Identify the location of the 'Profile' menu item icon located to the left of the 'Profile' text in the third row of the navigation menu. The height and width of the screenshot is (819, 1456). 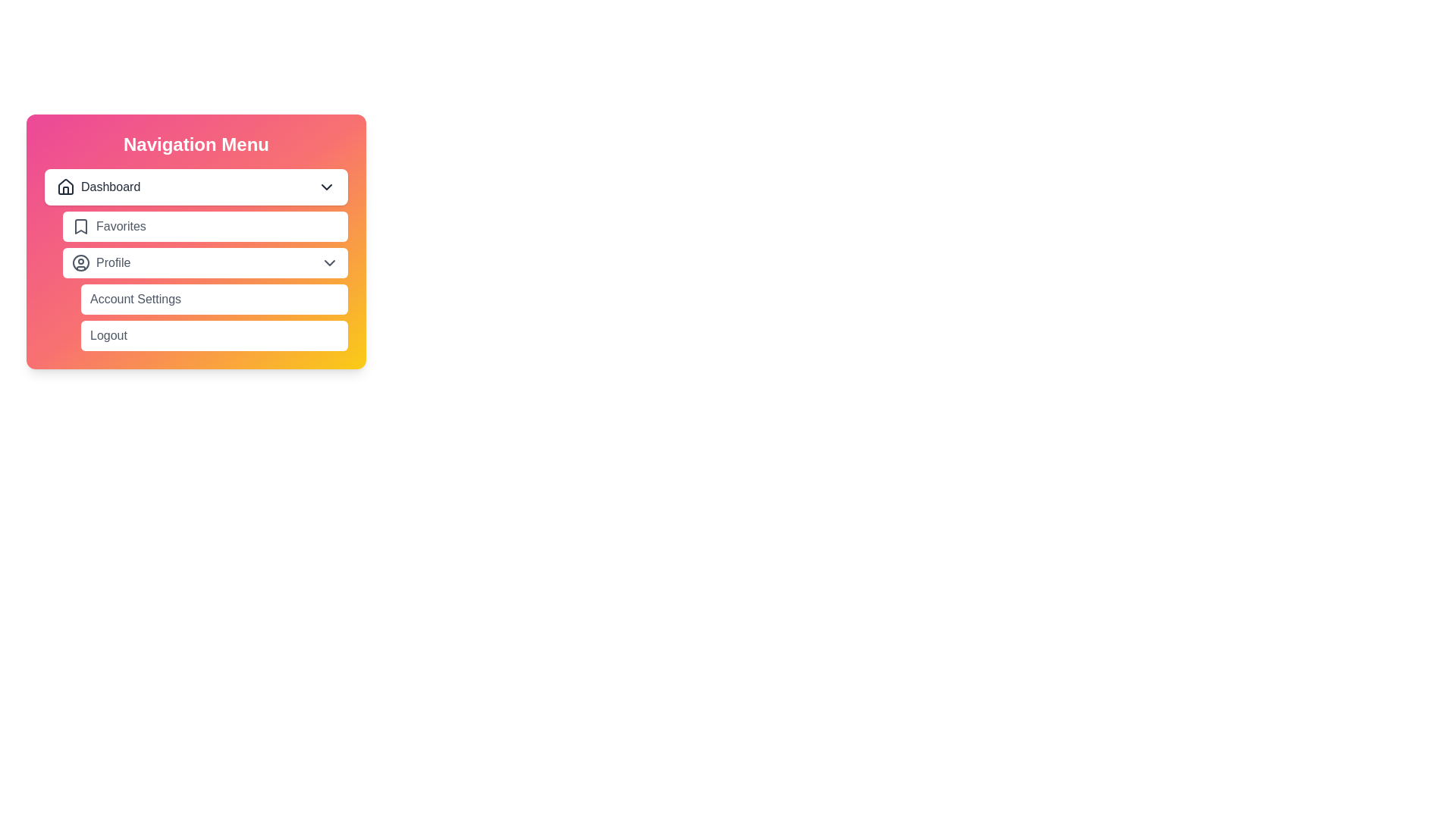
(80, 262).